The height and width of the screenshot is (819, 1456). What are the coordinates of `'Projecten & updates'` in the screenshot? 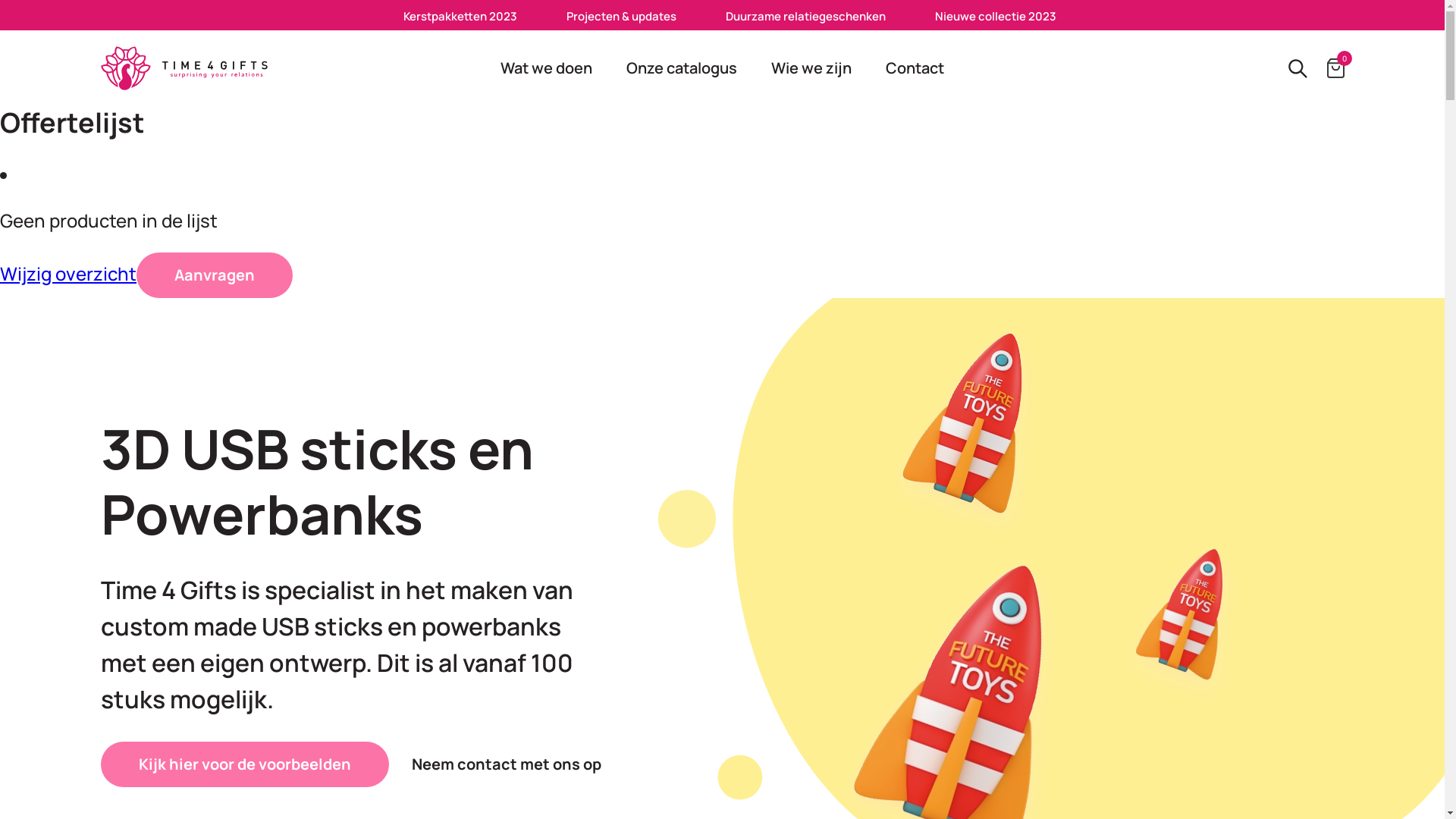 It's located at (621, 16).